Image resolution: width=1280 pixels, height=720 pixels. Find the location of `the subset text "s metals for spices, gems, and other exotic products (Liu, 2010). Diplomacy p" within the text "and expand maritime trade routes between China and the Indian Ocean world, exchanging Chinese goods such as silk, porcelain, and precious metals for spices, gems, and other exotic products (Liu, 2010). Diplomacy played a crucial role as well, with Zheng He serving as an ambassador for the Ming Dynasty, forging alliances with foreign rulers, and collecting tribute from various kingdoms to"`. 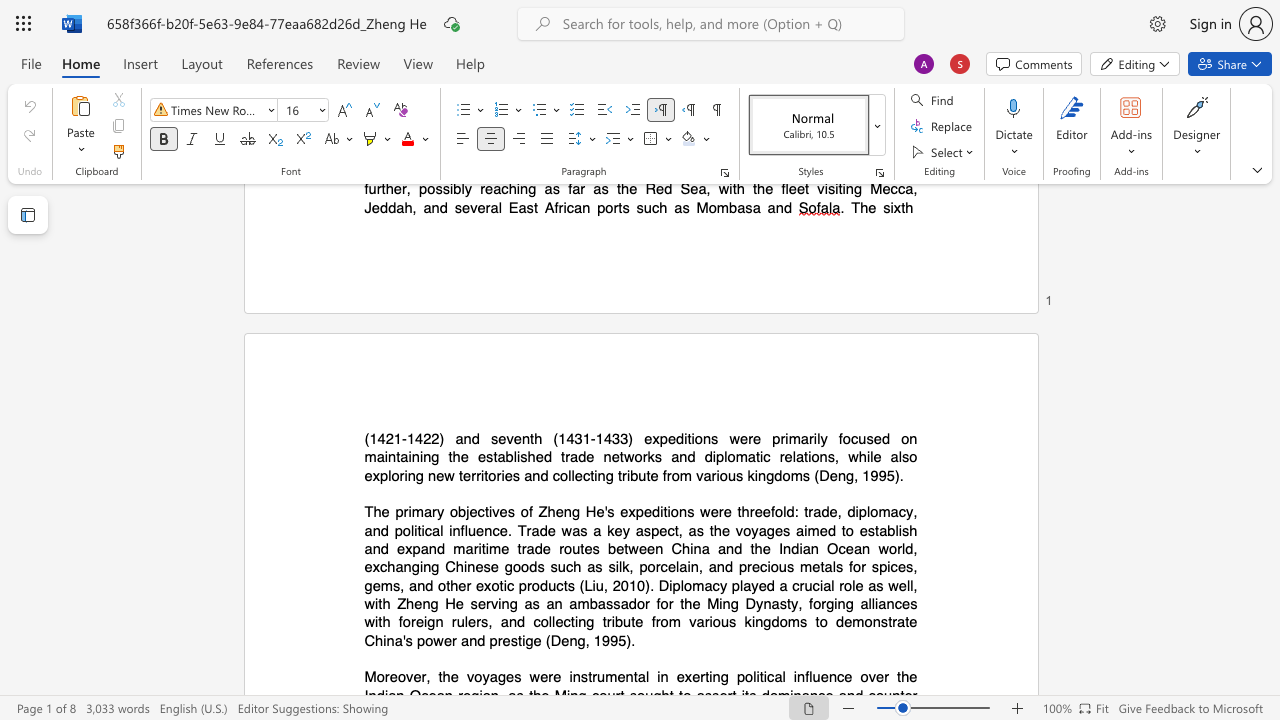

the subset text "s metals for spices, gems, and other exotic products (Liu, 2010). Diplomacy p" within the text "and expand maritime trade routes between China and the Indian Ocean world, exchanging Chinese goods such as silk, porcelain, and precious metals for spices, gems, and other exotic products (Liu, 2010). Diplomacy played a crucial role as well, with Zheng He serving as an ambassador for the Ming Dynasty, forging alliances with foreign rulers, and collecting tribute from various kingdoms to" is located at coordinates (785, 567).